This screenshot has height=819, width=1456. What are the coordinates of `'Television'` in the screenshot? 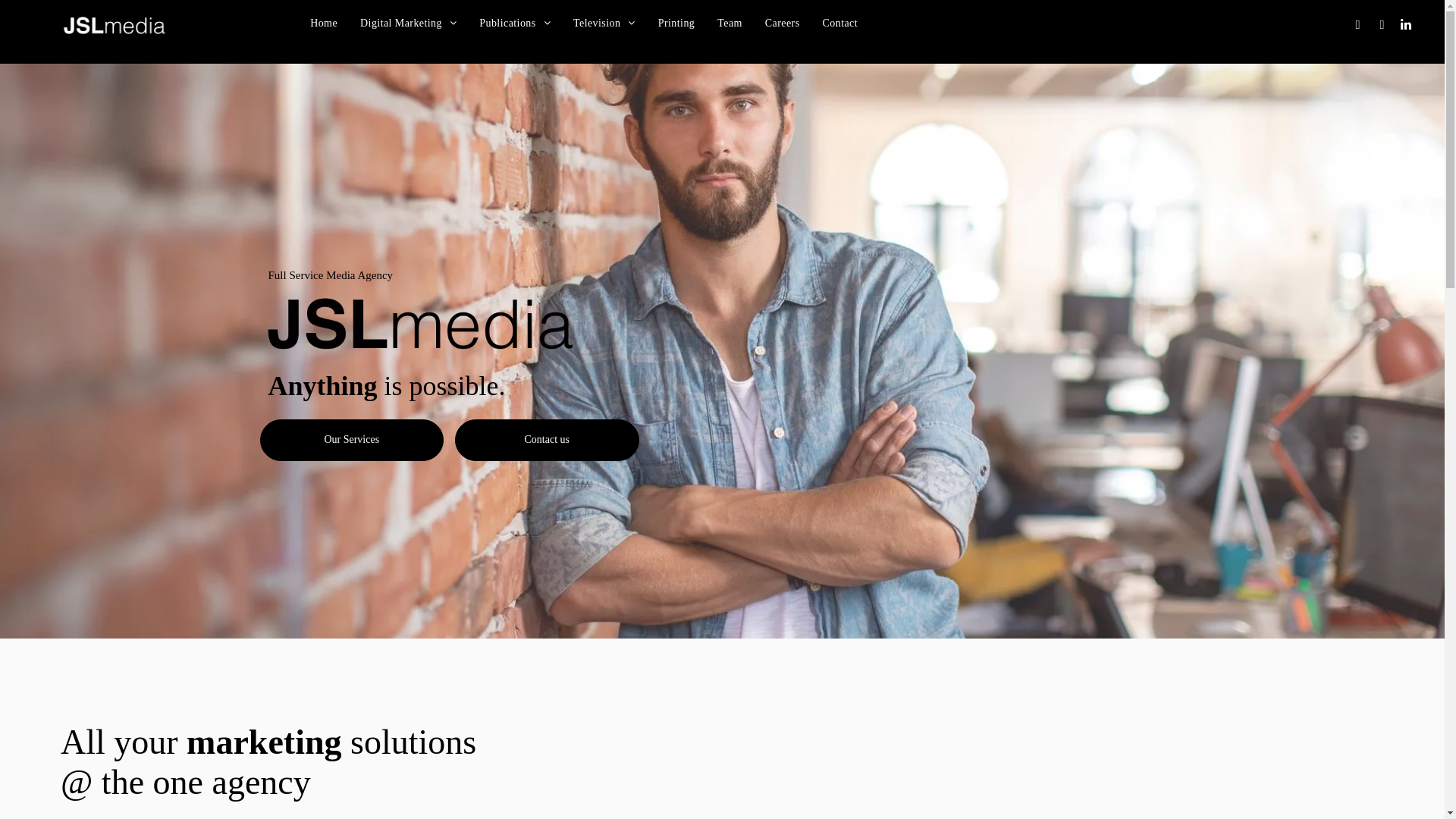 It's located at (603, 23).